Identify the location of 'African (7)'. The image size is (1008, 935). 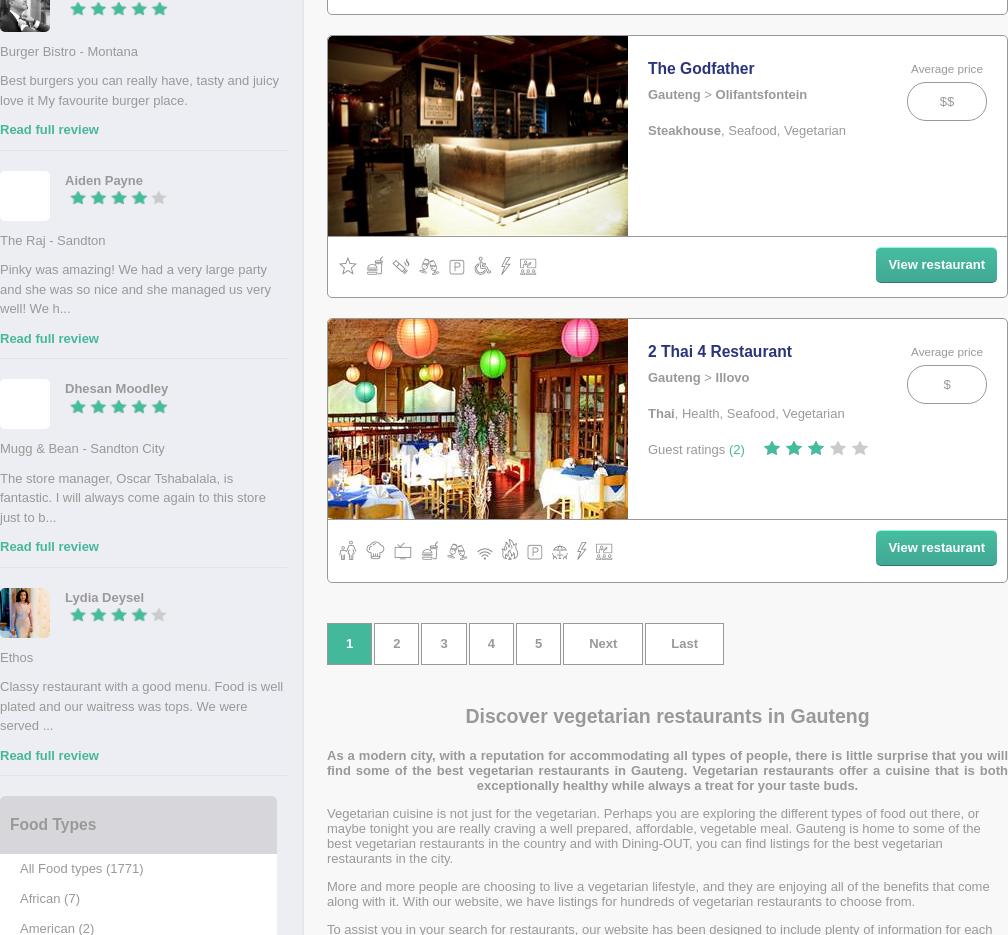
(19, 898).